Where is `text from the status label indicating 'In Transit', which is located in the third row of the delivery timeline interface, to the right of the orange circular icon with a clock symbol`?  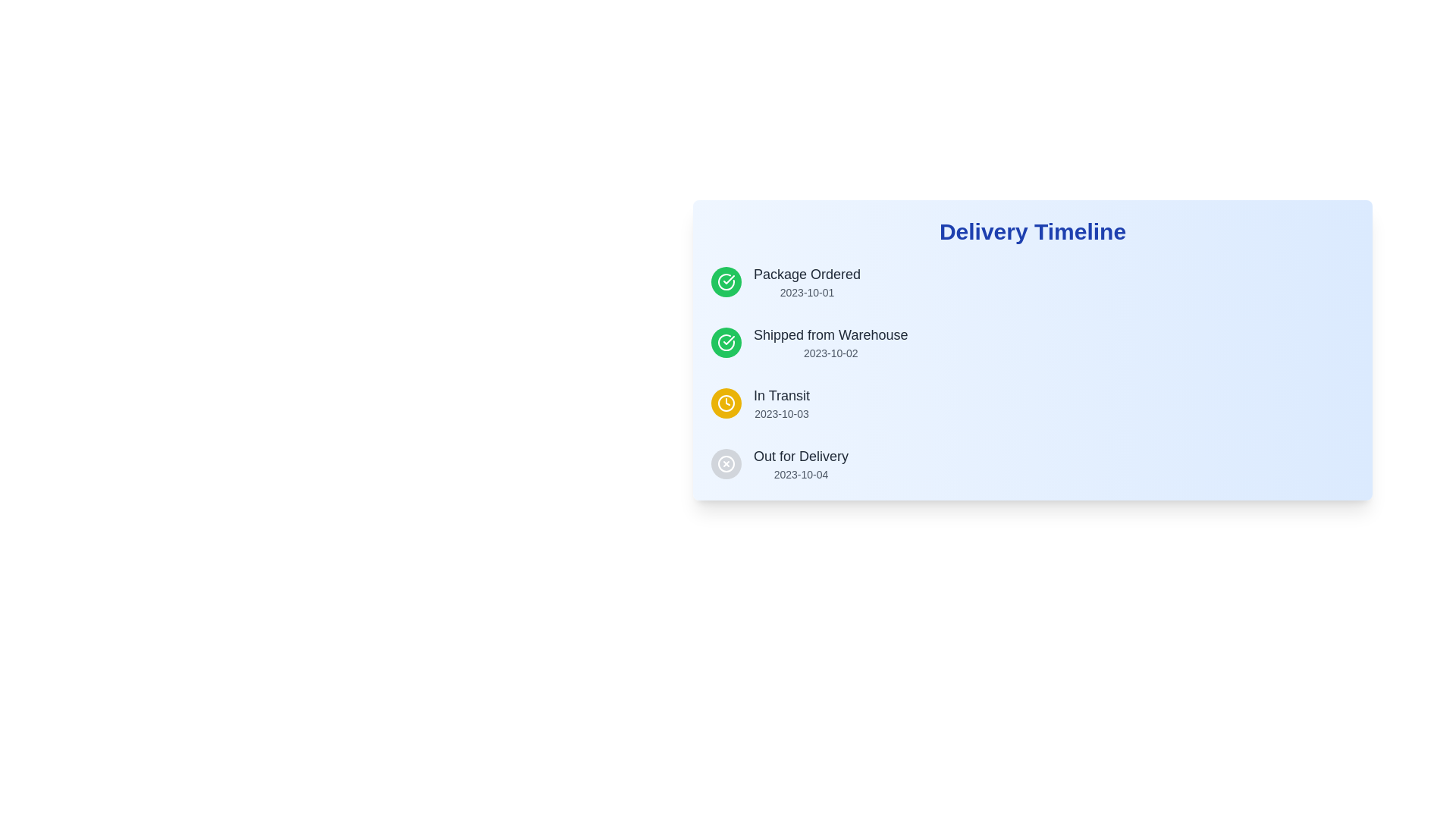 text from the status label indicating 'In Transit', which is located in the third row of the delivery timeline interface, to the right of the orange circular icon with a clock symbol is located at coordinates (782, 394).